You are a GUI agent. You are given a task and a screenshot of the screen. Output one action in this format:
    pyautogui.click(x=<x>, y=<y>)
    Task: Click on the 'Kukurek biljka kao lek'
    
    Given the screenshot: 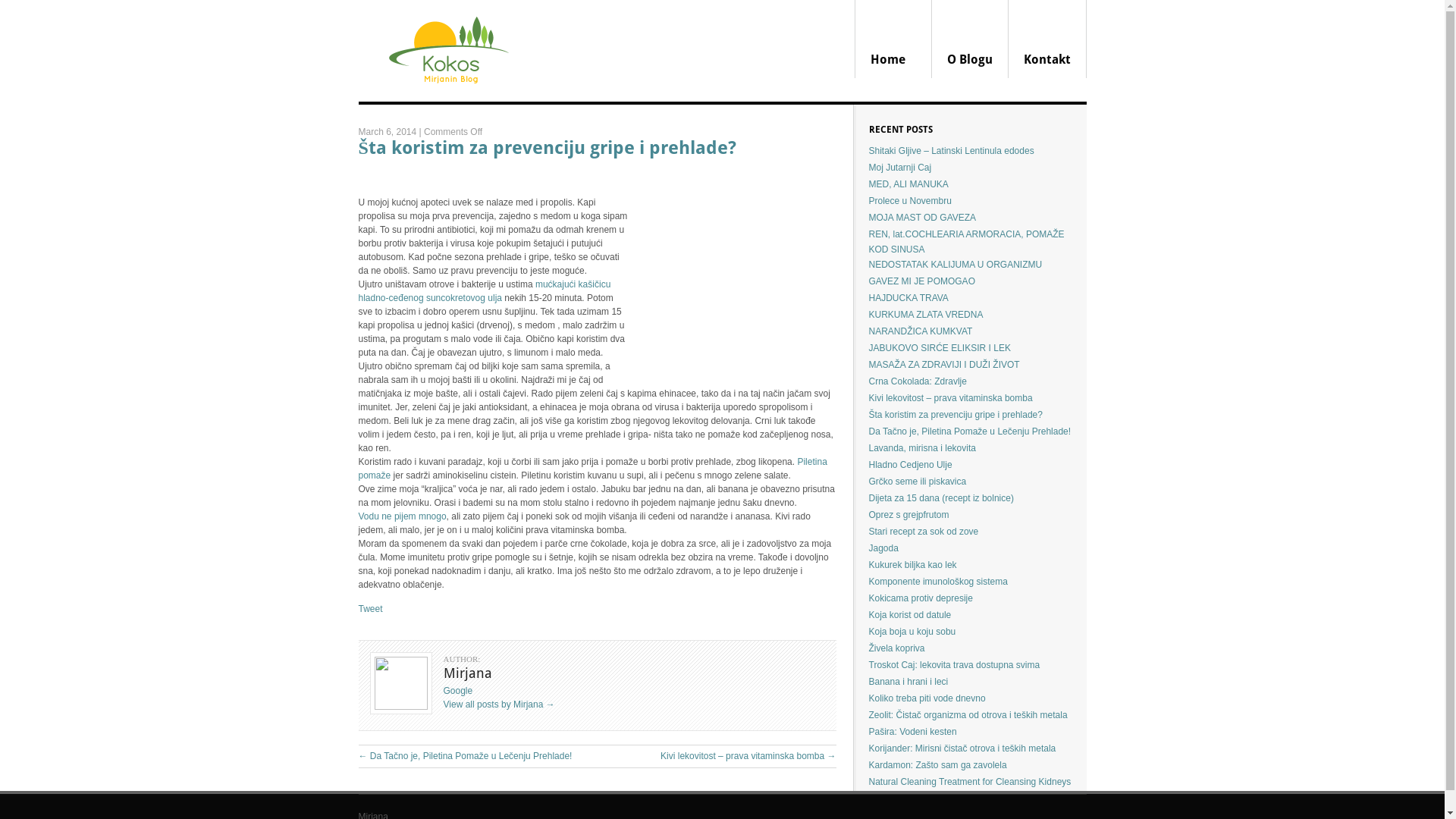 What is the action you would take?
    pyautogui.click(x=912, y=564)
    